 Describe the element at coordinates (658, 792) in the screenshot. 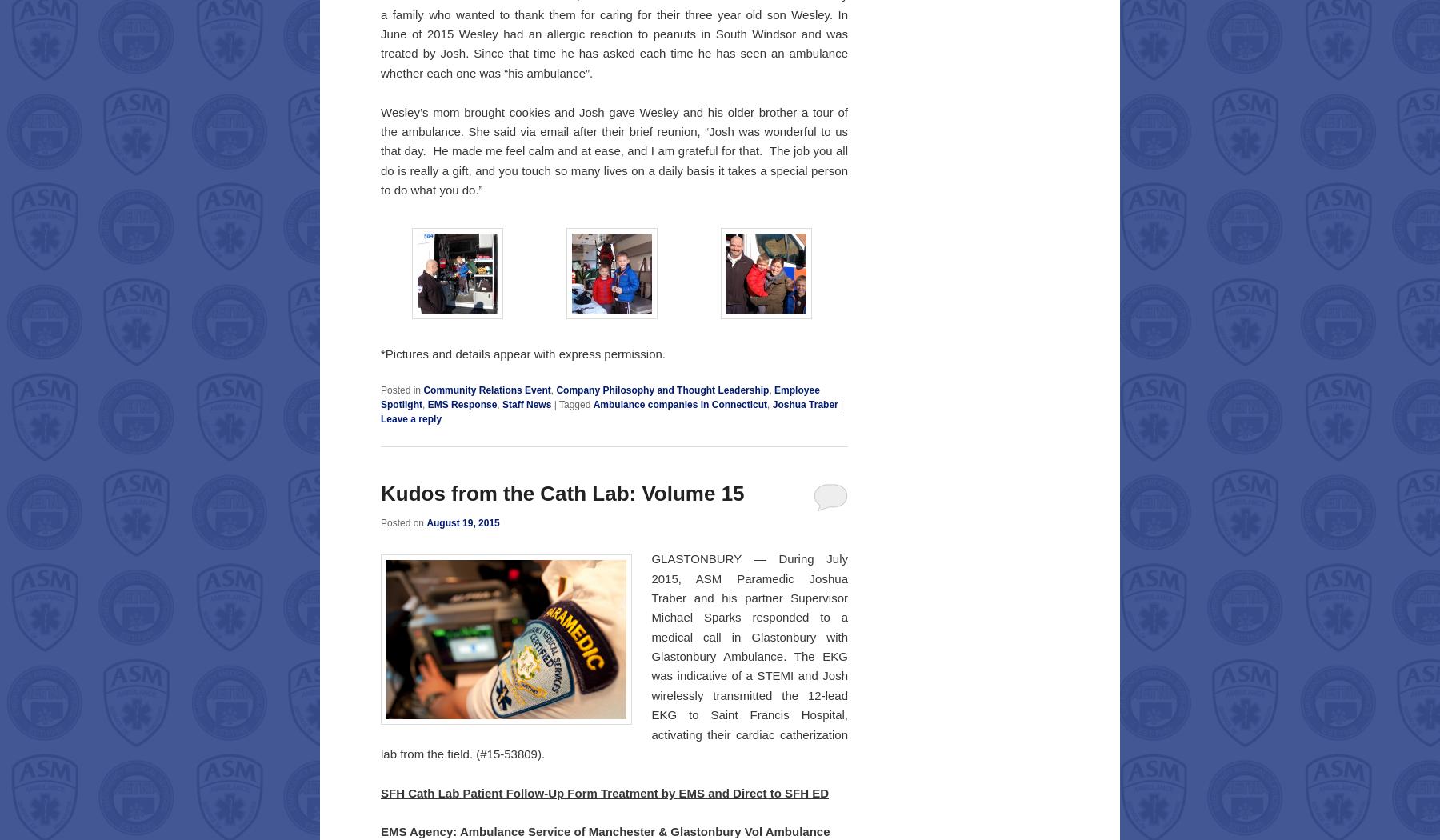

I see `'by EMS and Direct to SFH ED'` at that location.